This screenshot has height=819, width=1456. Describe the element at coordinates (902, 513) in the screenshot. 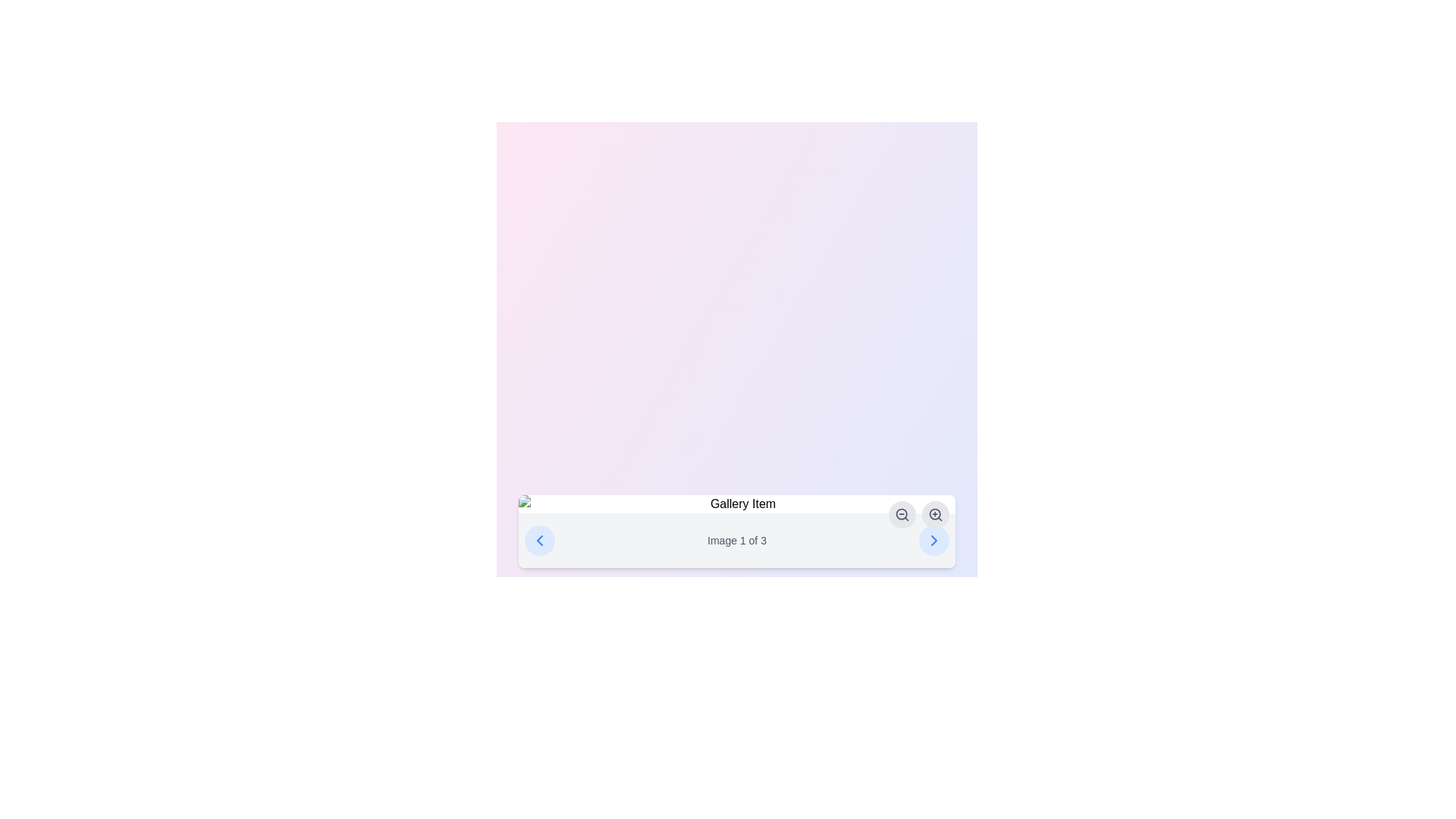

I see `the gray magnifying glass button with a minus symbol inside, located on the right side of the panel near the bottom center of the interface, to zoom out` at that location.